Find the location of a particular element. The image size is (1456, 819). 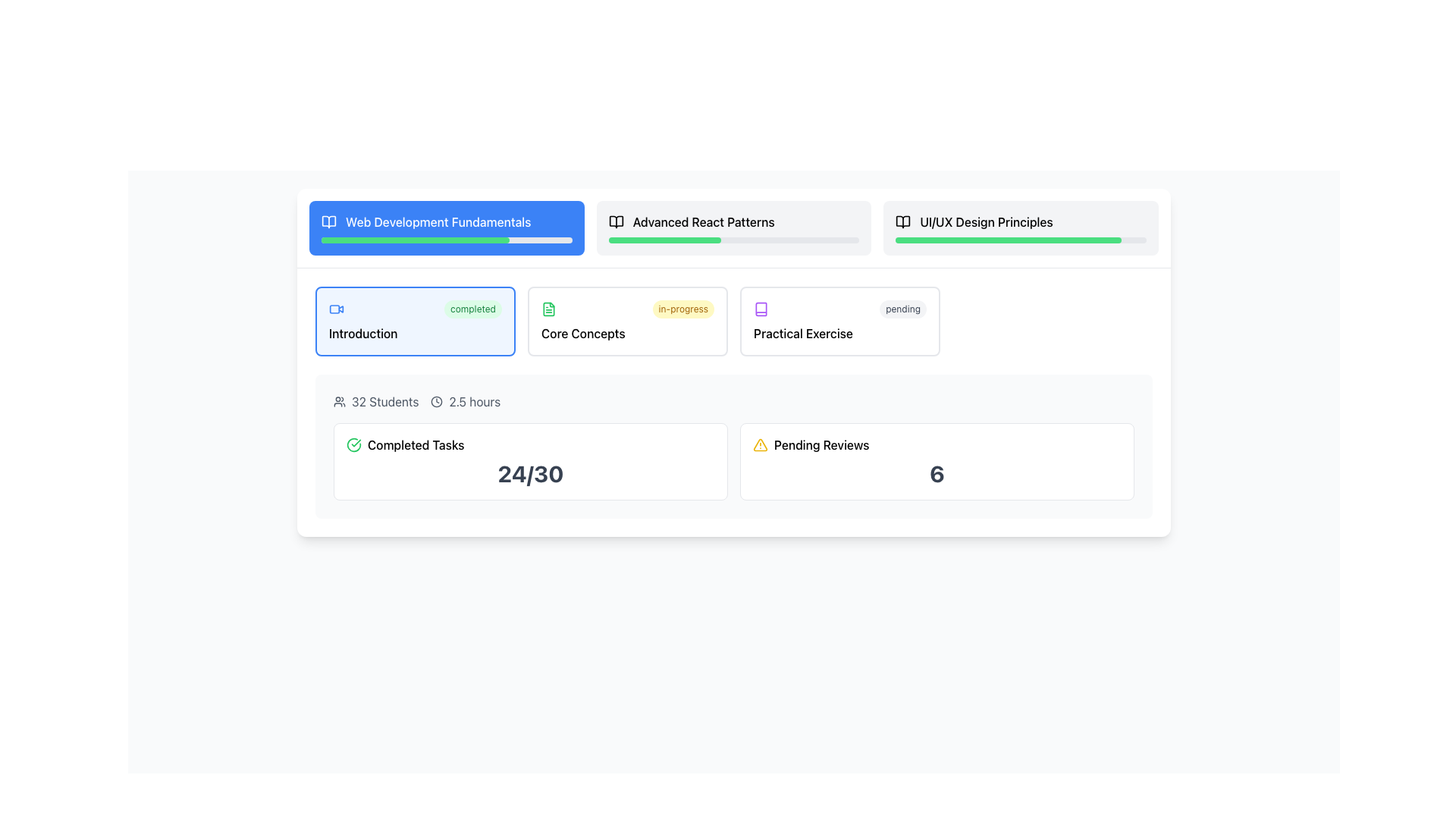

the icon representing 'Students', located at the leftmost side of the group that includes the text '32 Students' near the upper section of the student and tasks summary panel is located at coordinates (338, 400).